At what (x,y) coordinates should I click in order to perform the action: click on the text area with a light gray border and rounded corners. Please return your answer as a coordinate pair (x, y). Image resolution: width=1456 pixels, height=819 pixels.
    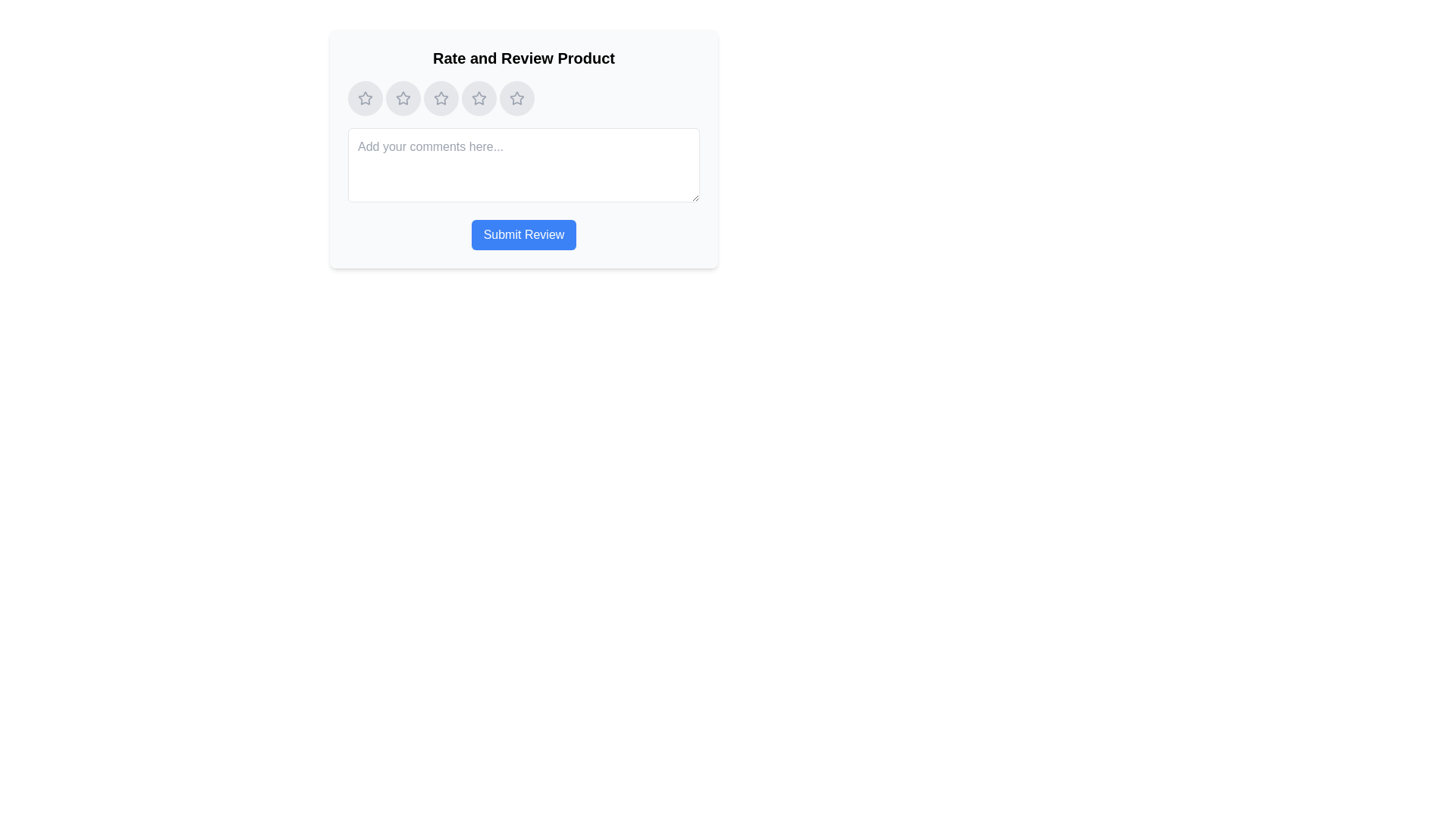
    Looking at the image, I should click on (524, 165).